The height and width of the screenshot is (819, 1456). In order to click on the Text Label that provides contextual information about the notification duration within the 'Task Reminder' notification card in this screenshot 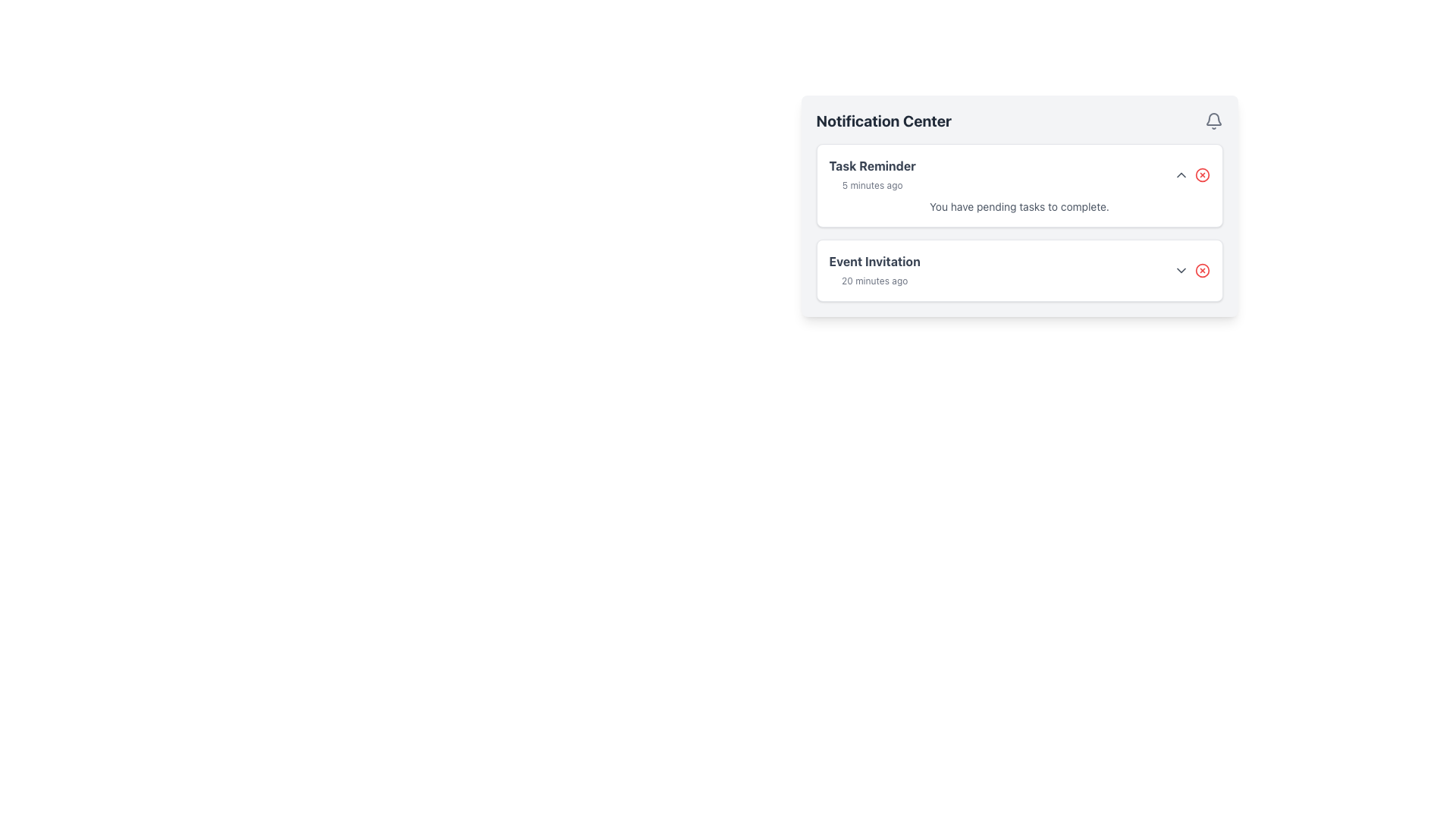, I will do `click(872, 184)`.